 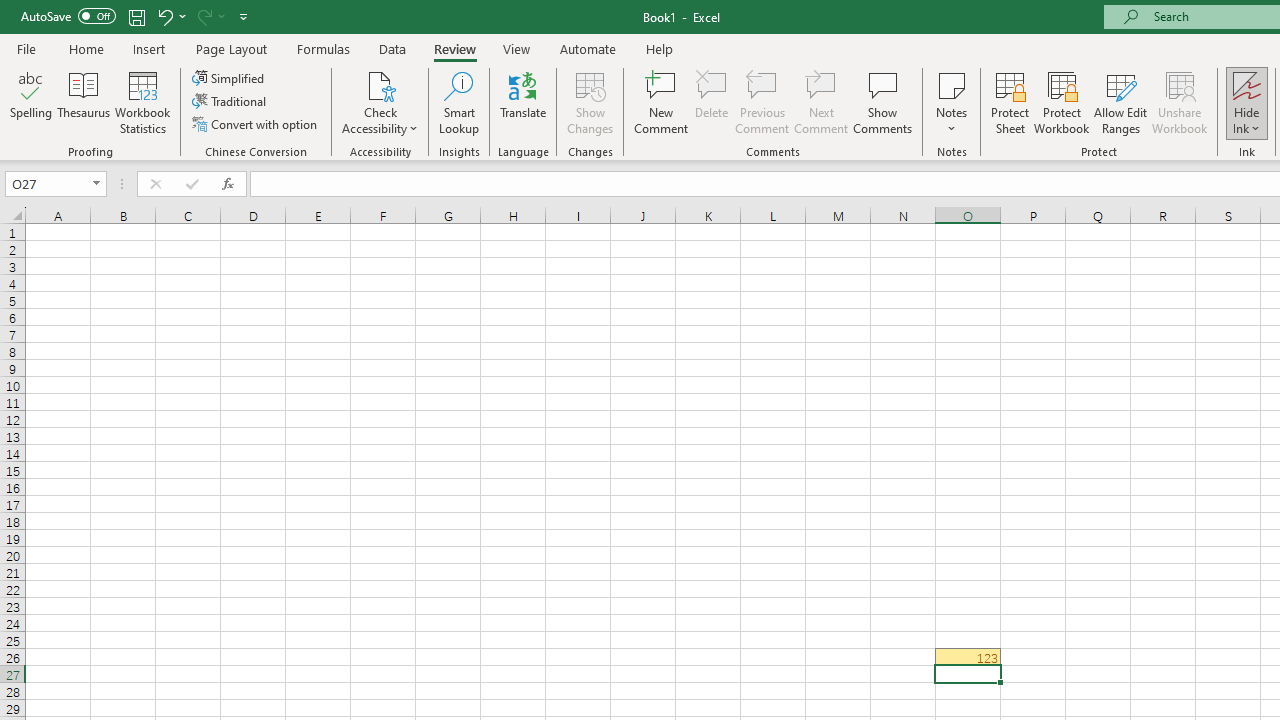 I want to click on 'Convert with option', so click(x=255, y=124).